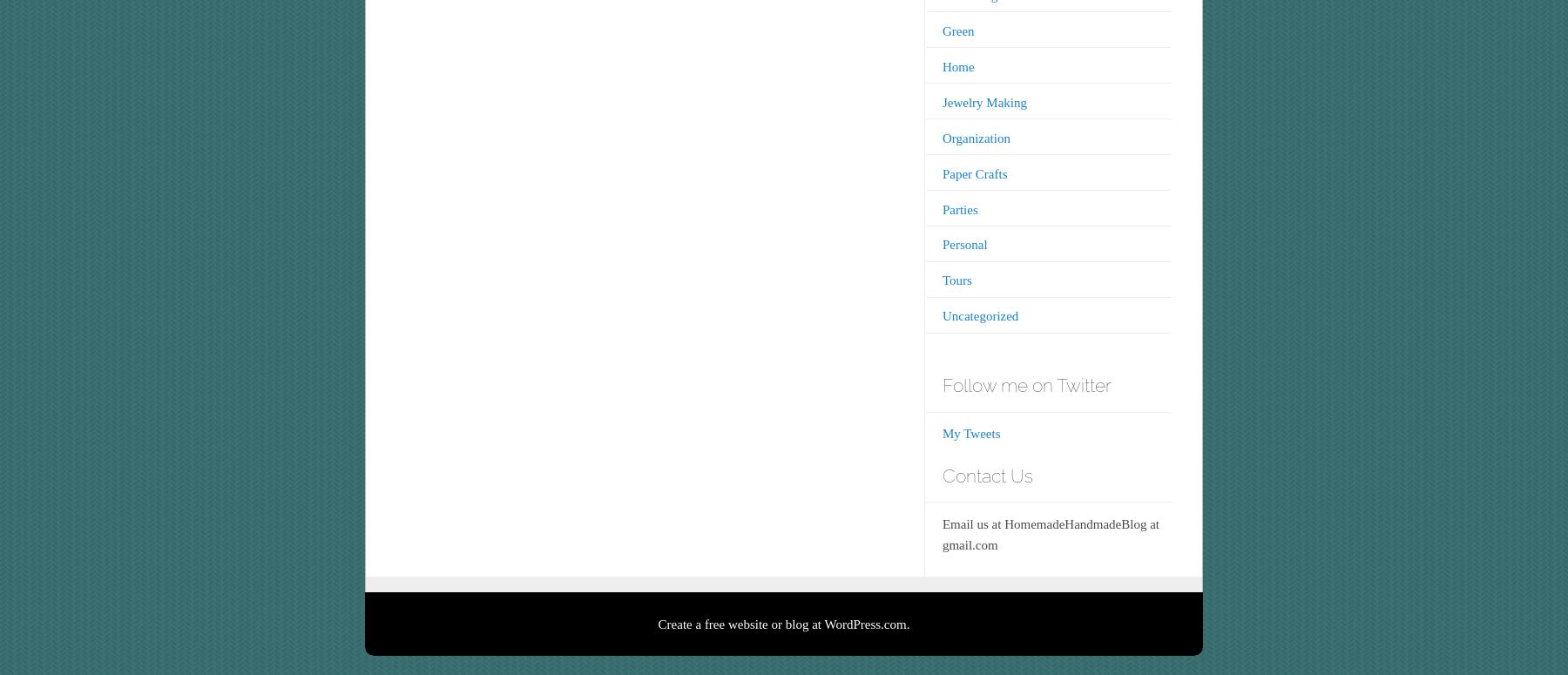  I want to click on 'Organization', so click(975, 137).